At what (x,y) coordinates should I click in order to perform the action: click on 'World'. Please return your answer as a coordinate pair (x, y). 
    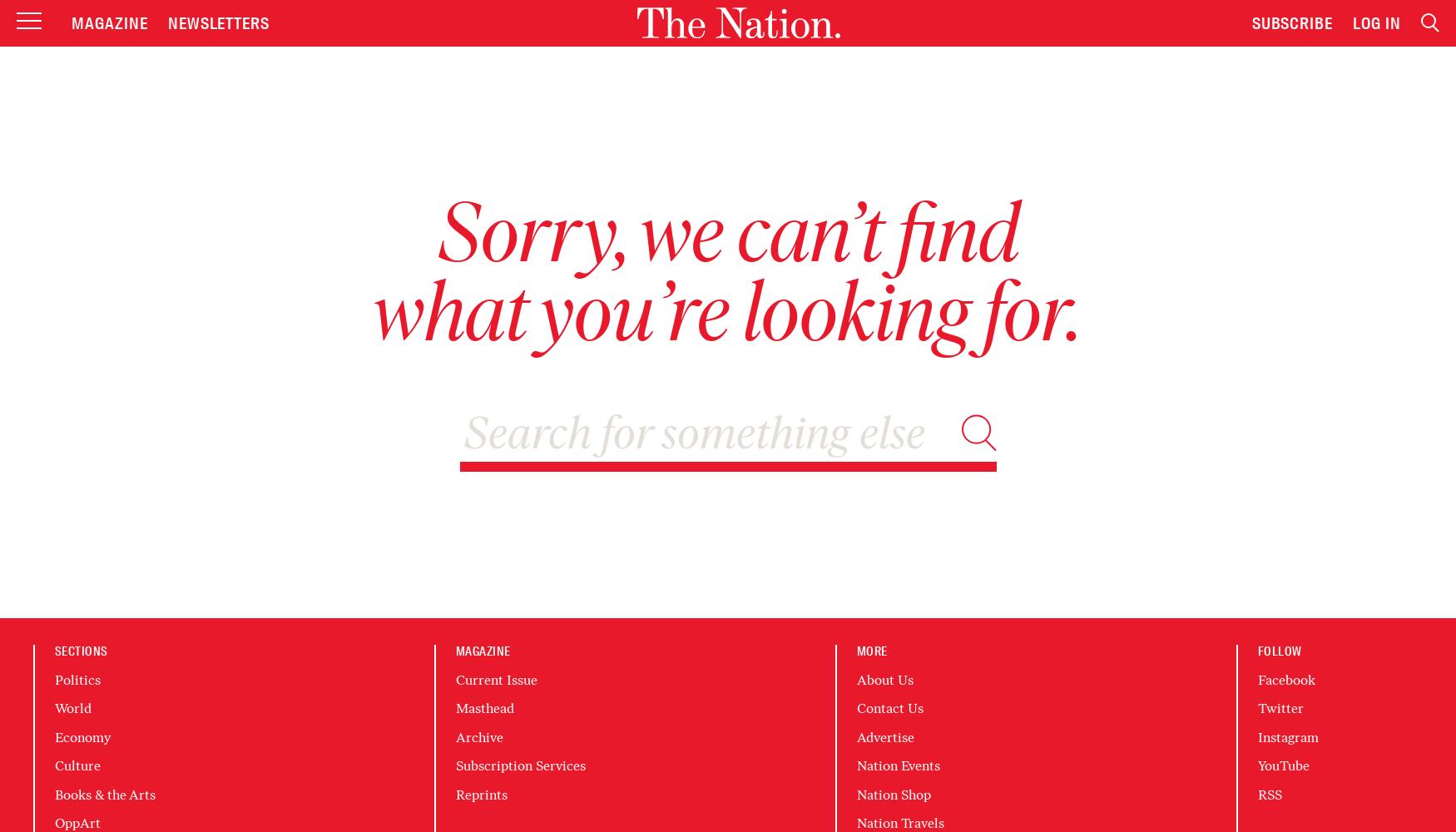
    Looking at the image, I should click on (54, 707).